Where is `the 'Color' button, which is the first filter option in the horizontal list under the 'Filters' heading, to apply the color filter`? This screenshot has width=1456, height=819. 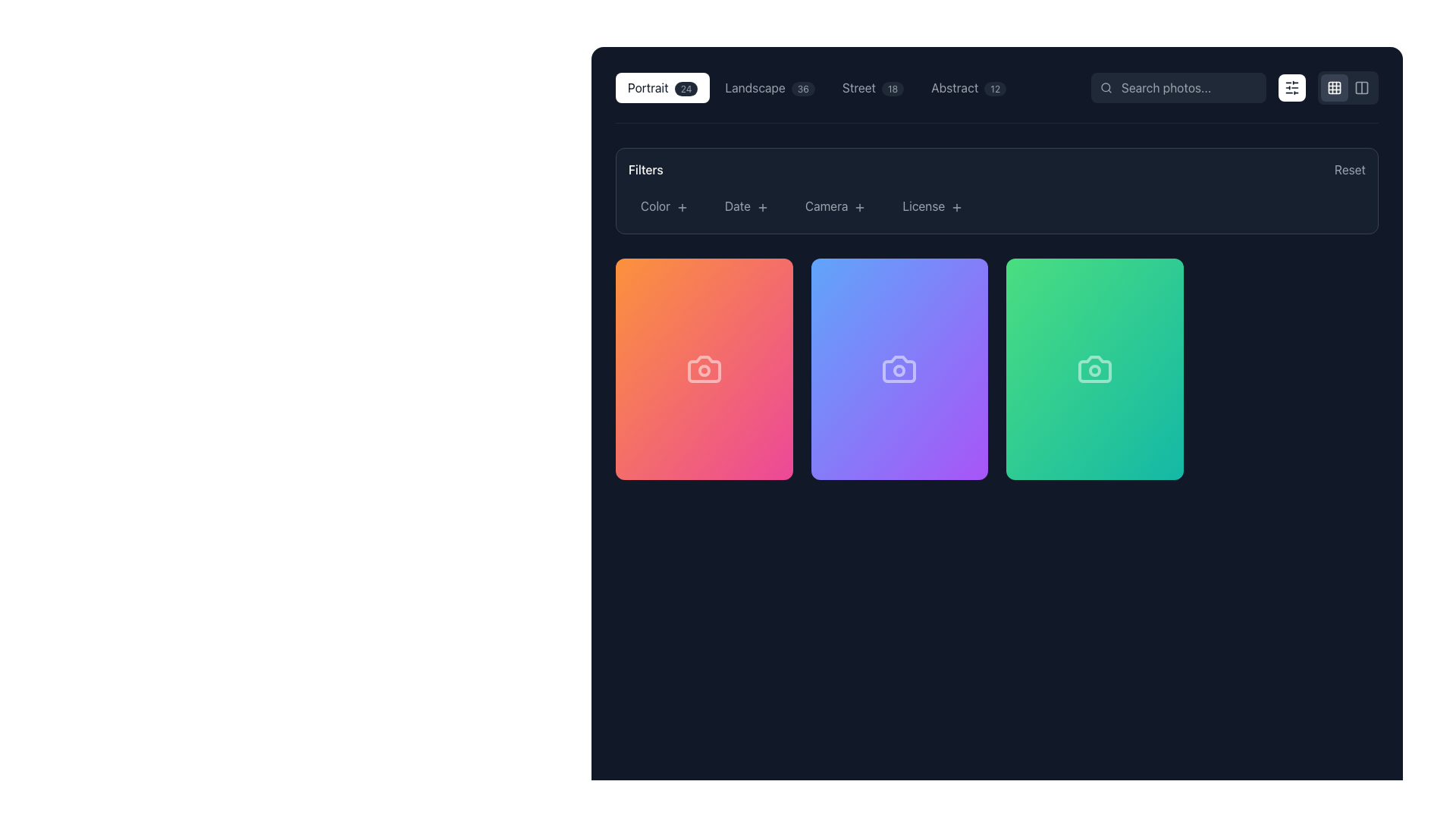
the 'Color' button, which is the first filter option in the horizontal list under the 'Filters' heading, to apply the color filter is located at coordinates (664, 206).